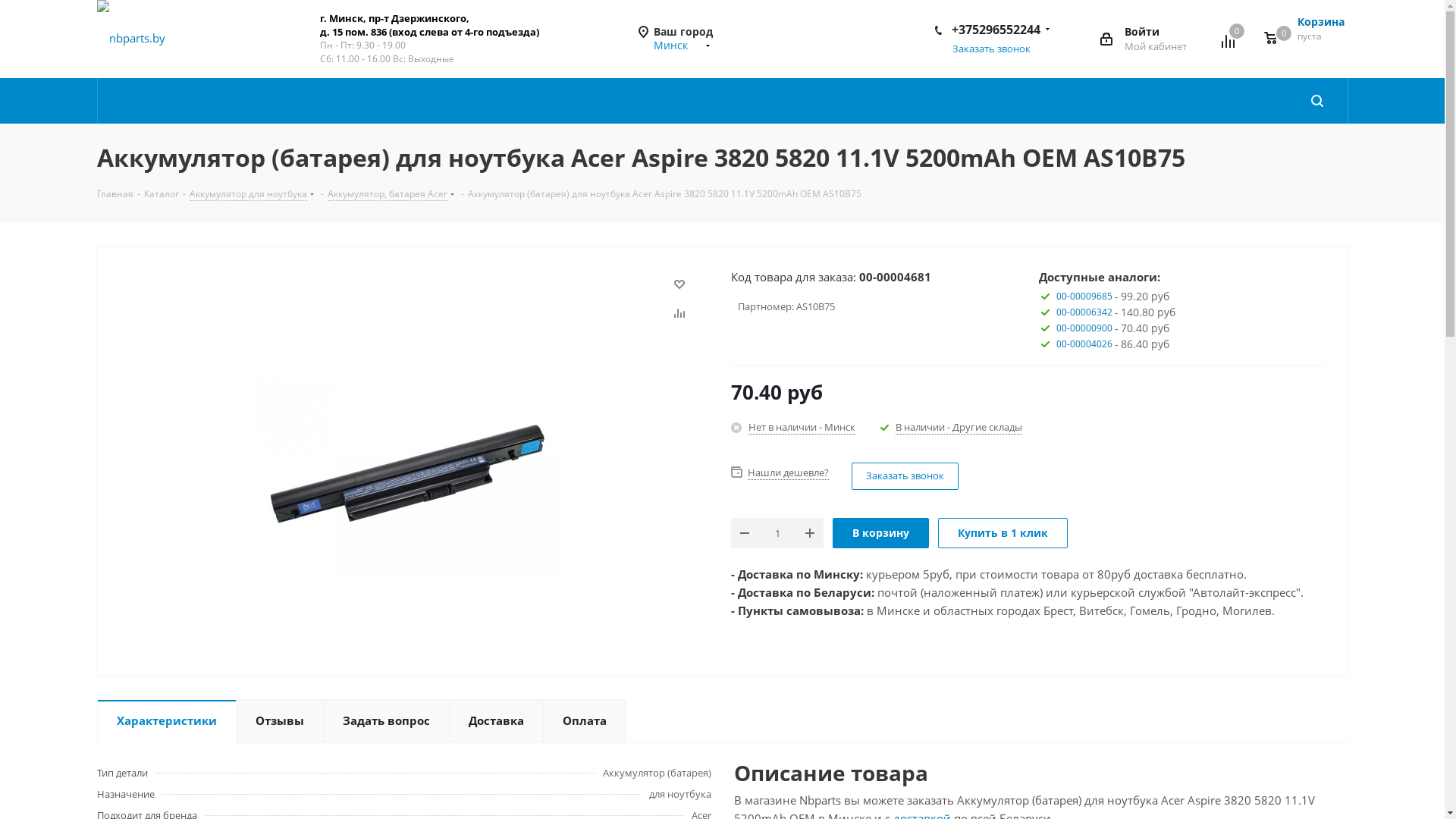 The image size is (1456, 819). Describe the element at coordinates (1084, 296) in the screenshot. I see `'00-00009685'` at that location.